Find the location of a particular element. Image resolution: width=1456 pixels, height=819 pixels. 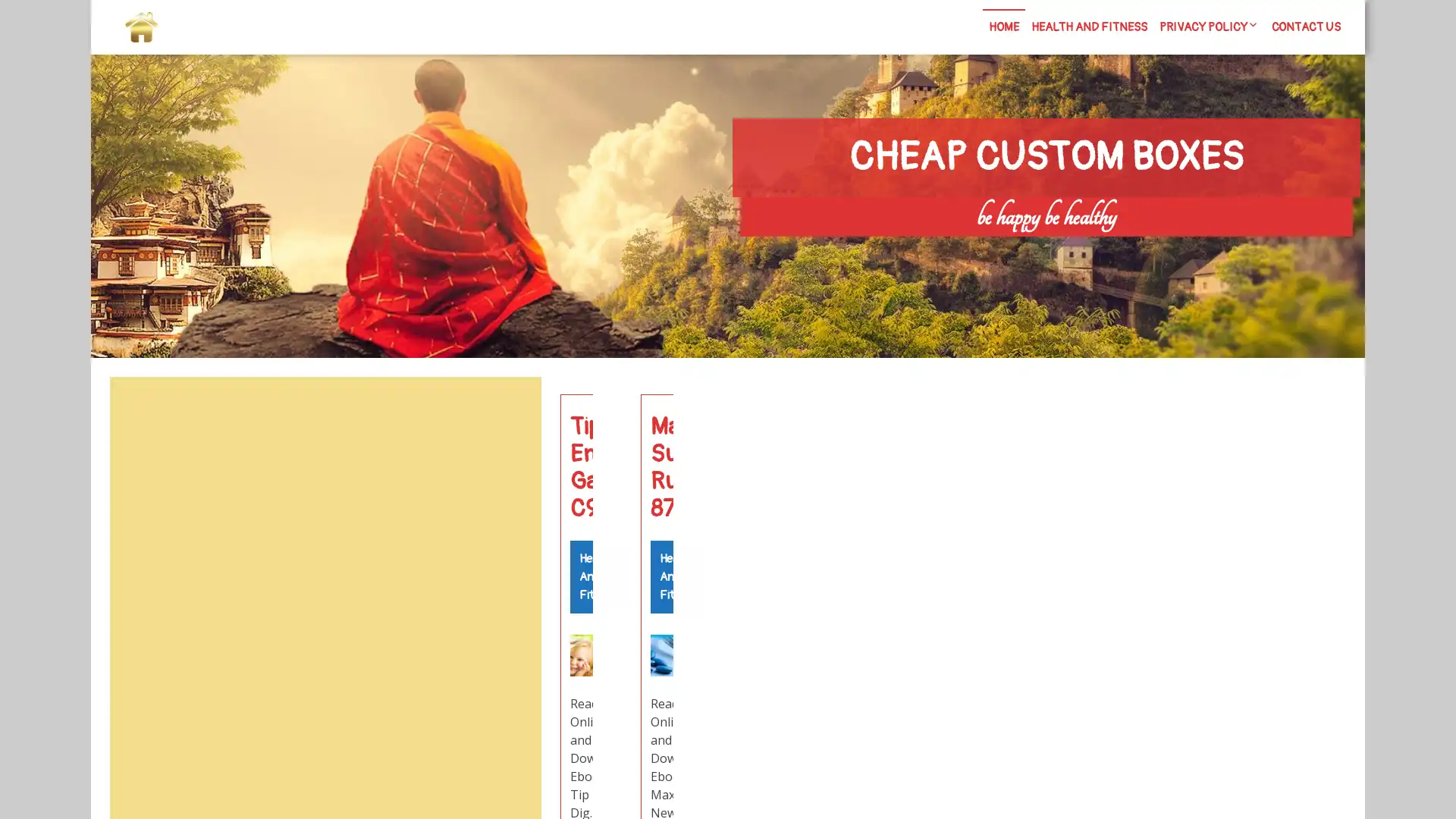

Search is located at coordinates (1181, 248).